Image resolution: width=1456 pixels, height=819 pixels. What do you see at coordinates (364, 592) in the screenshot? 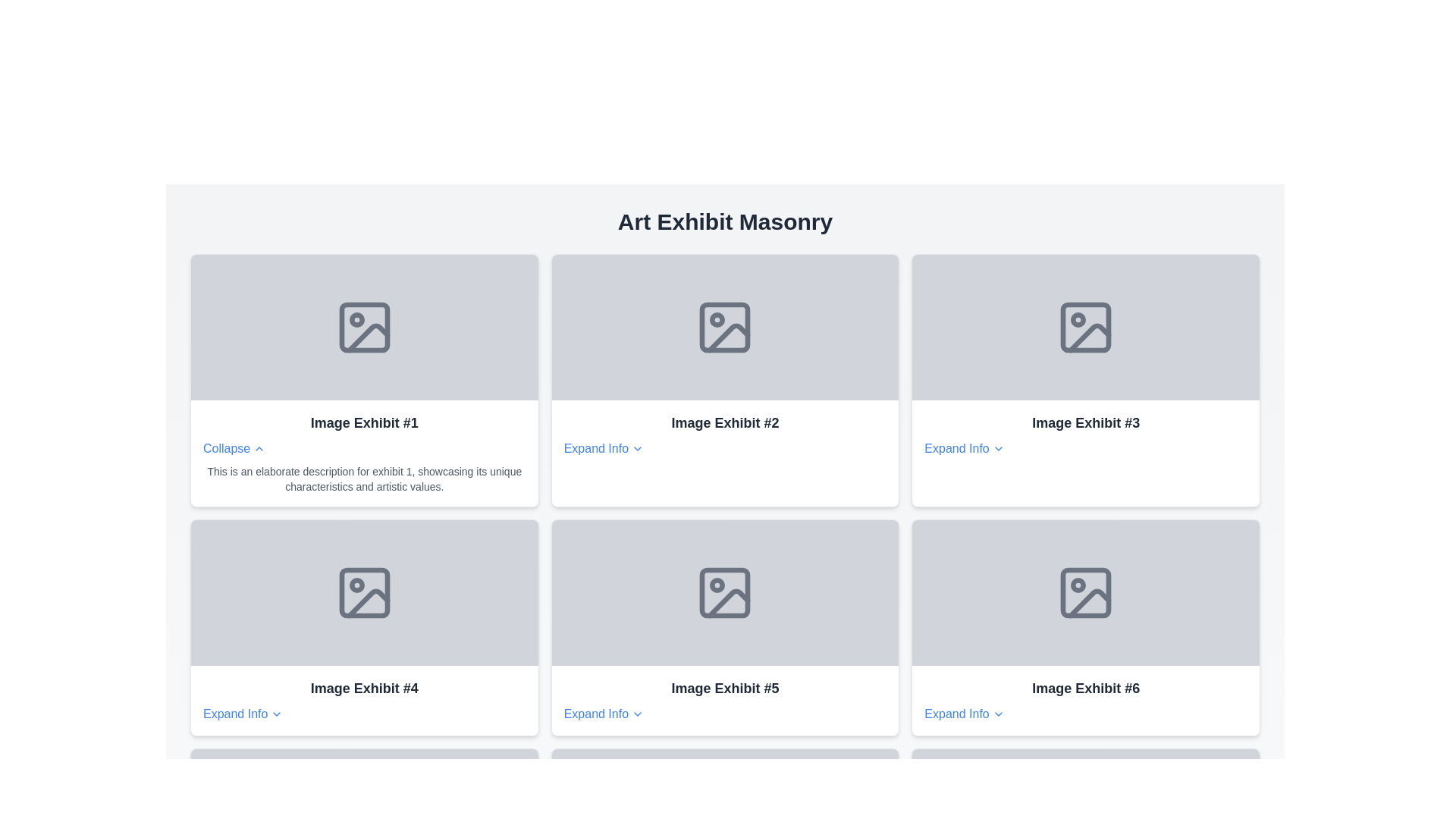
I see `the icon that serves as a visual representation for an image, located in the fourth tile of the grid layout` at bounding box center [364, 592].